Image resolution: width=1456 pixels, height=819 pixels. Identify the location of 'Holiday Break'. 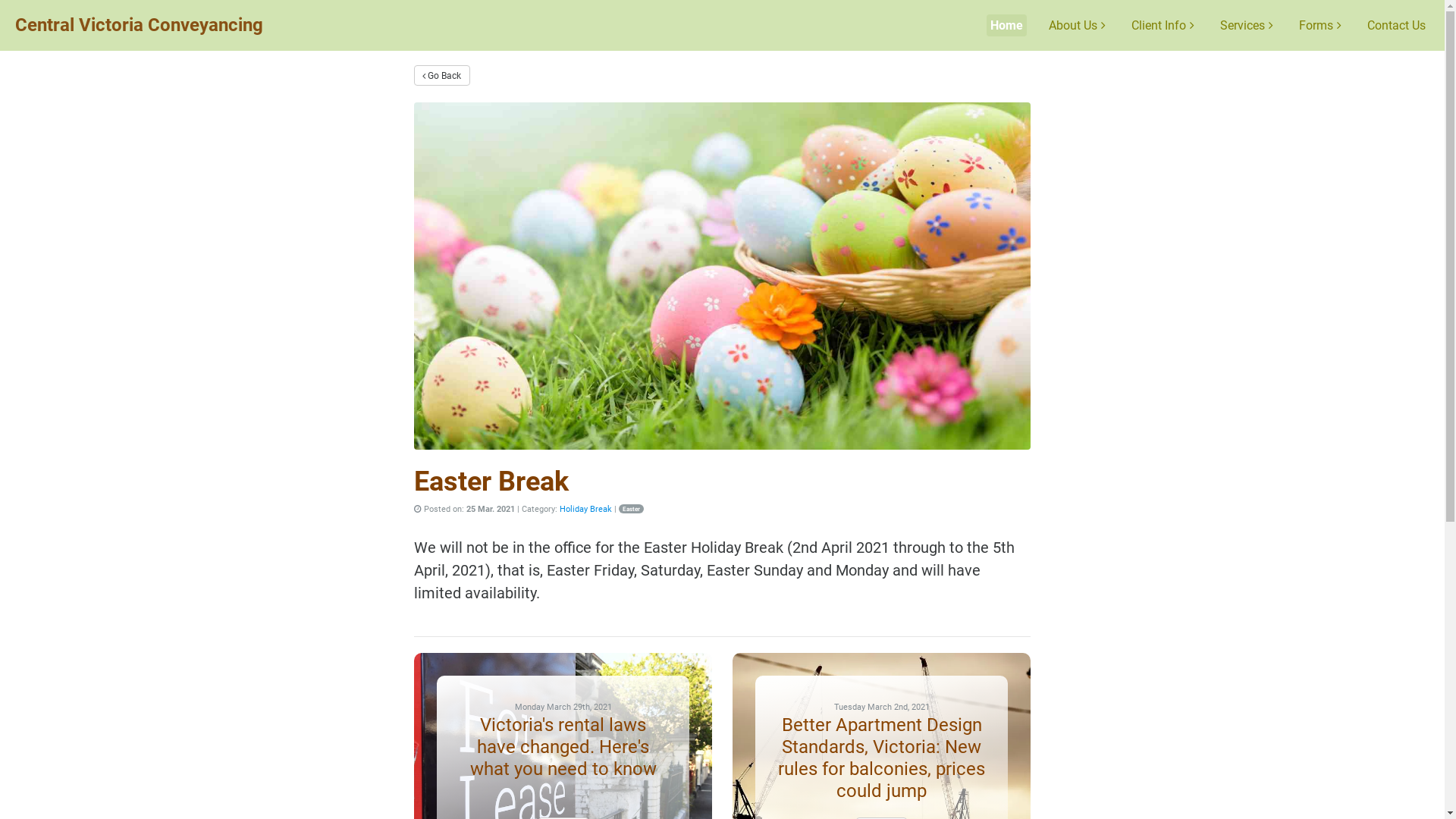
(585, 509).